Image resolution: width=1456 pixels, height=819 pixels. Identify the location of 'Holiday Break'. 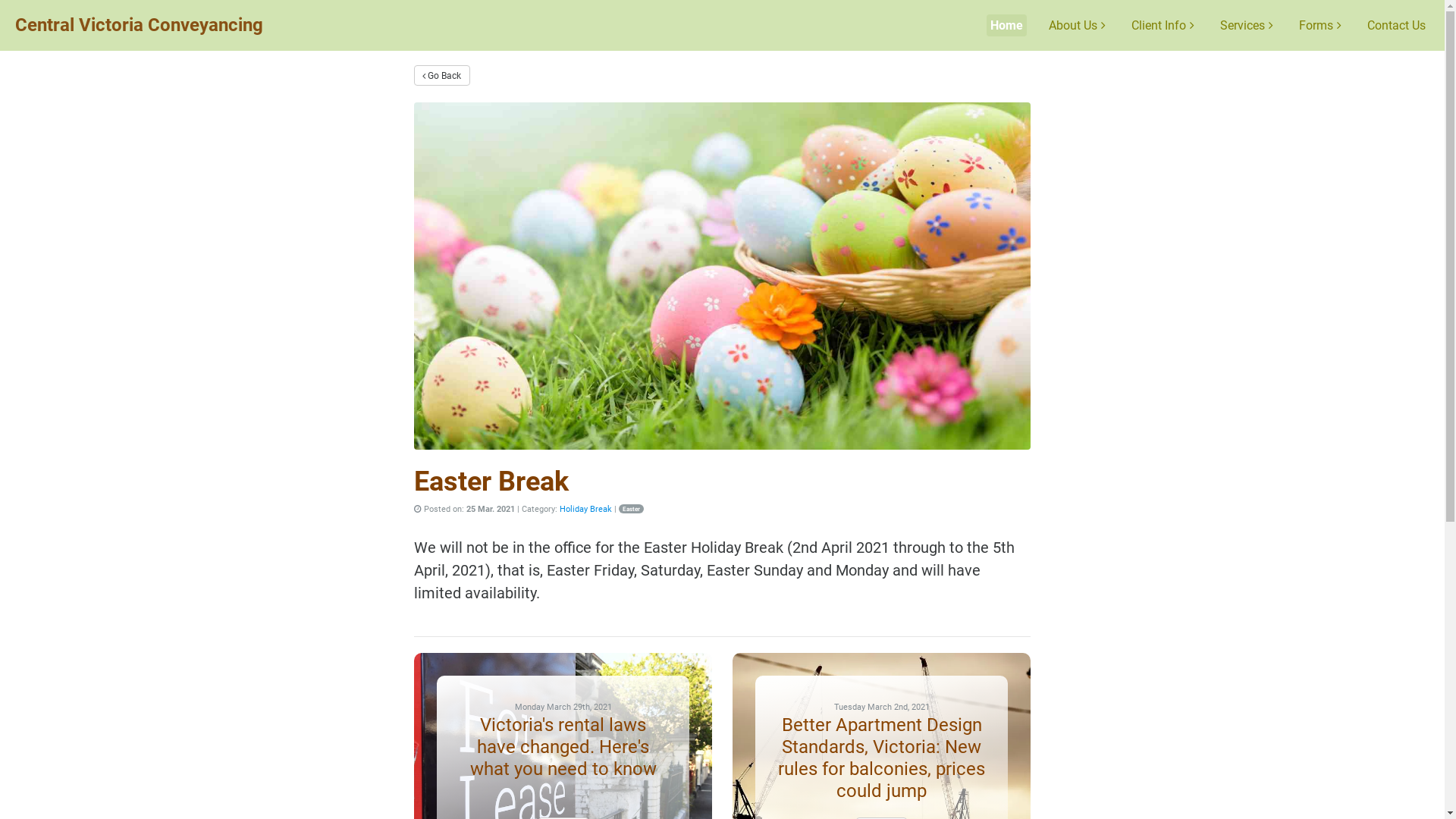
(585, 509).